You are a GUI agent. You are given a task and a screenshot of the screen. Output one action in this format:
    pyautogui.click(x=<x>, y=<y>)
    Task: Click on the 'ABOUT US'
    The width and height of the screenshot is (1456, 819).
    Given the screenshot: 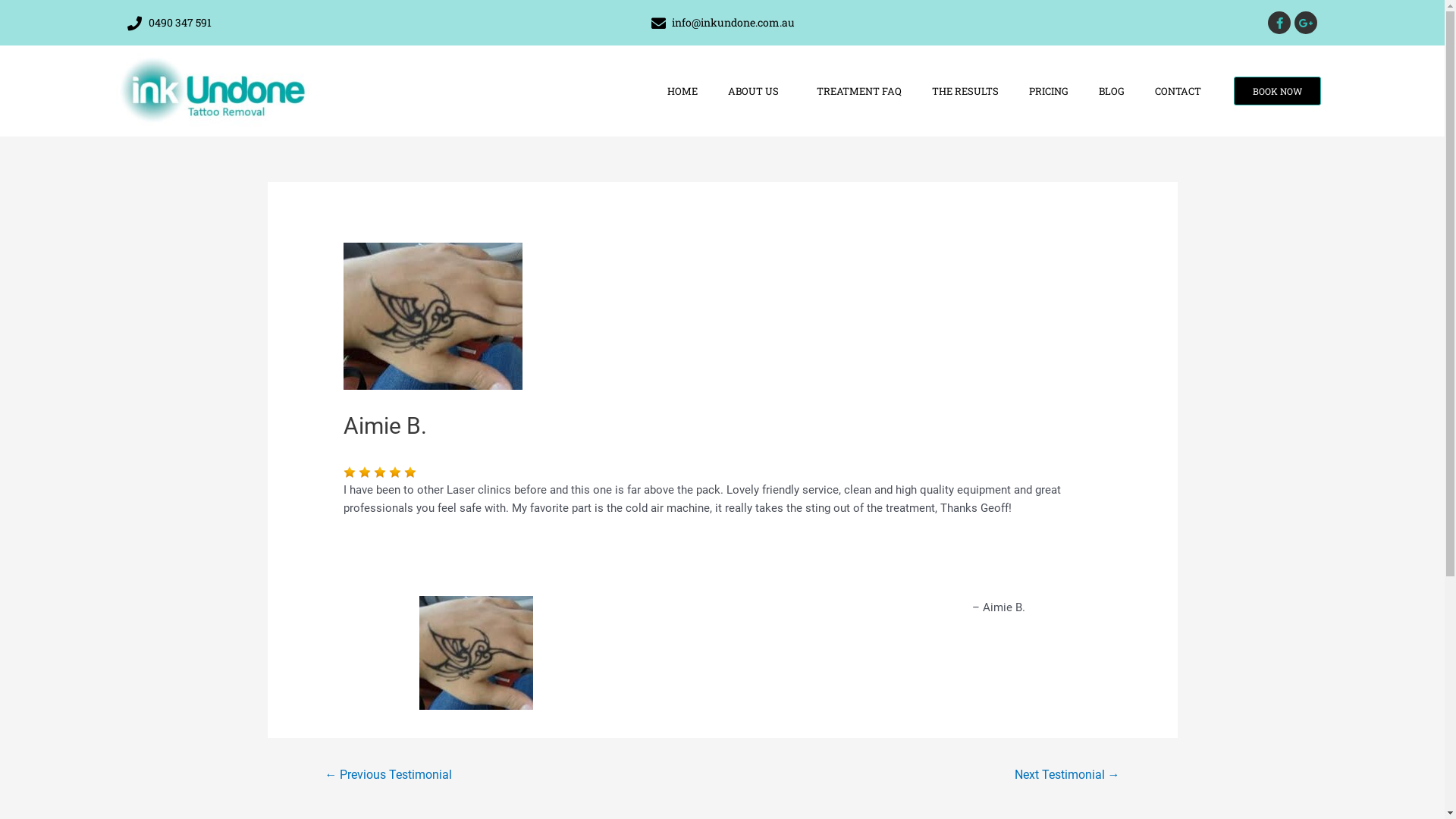 What is the action you would take?
    pyautogui.click(x=757, y=90)
    